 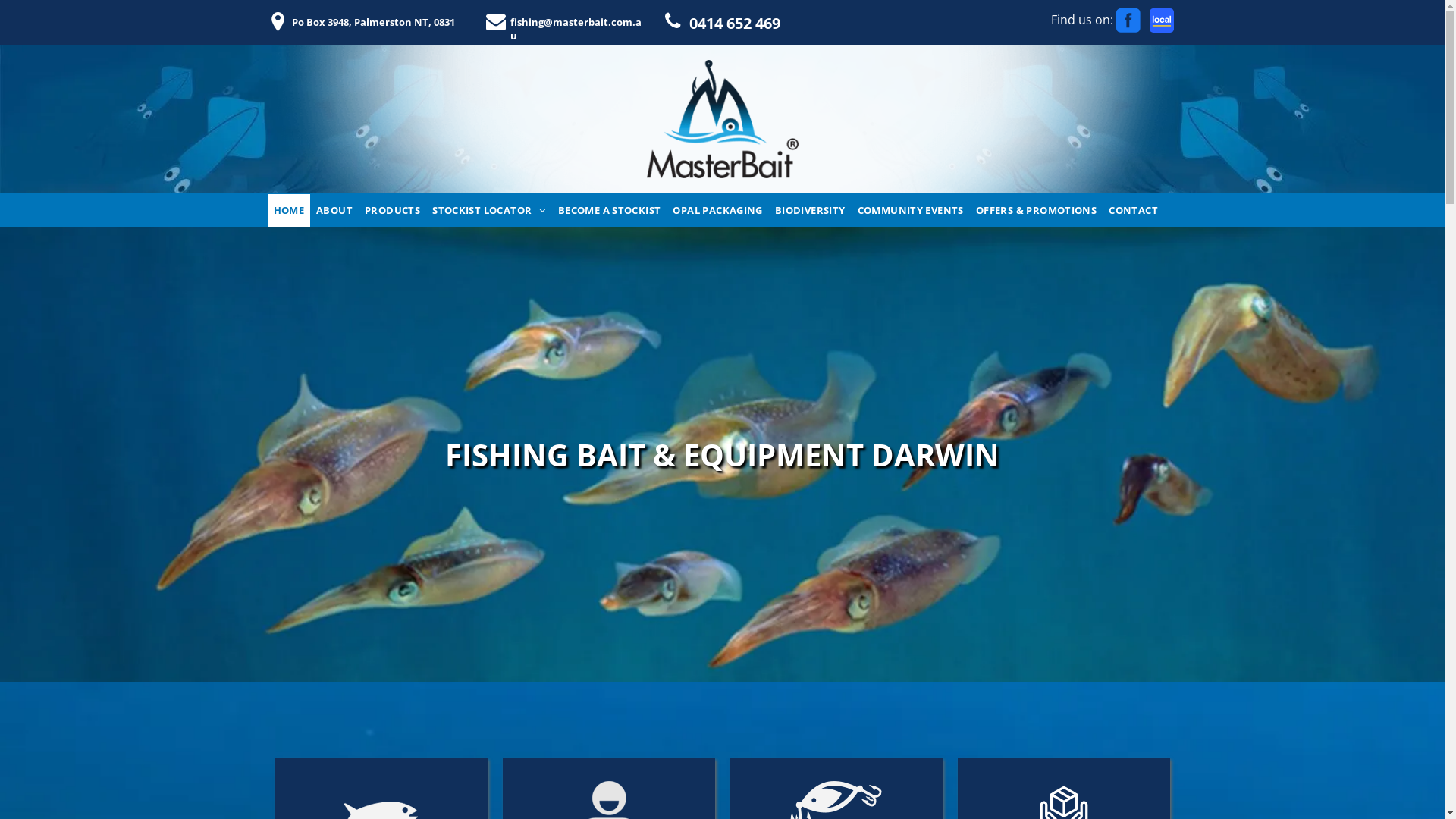 What do you see at coordinates (570, 22) in the screenshot?
I see `'fishing@masterbait.com.au'` at bounding box center [570, 22].